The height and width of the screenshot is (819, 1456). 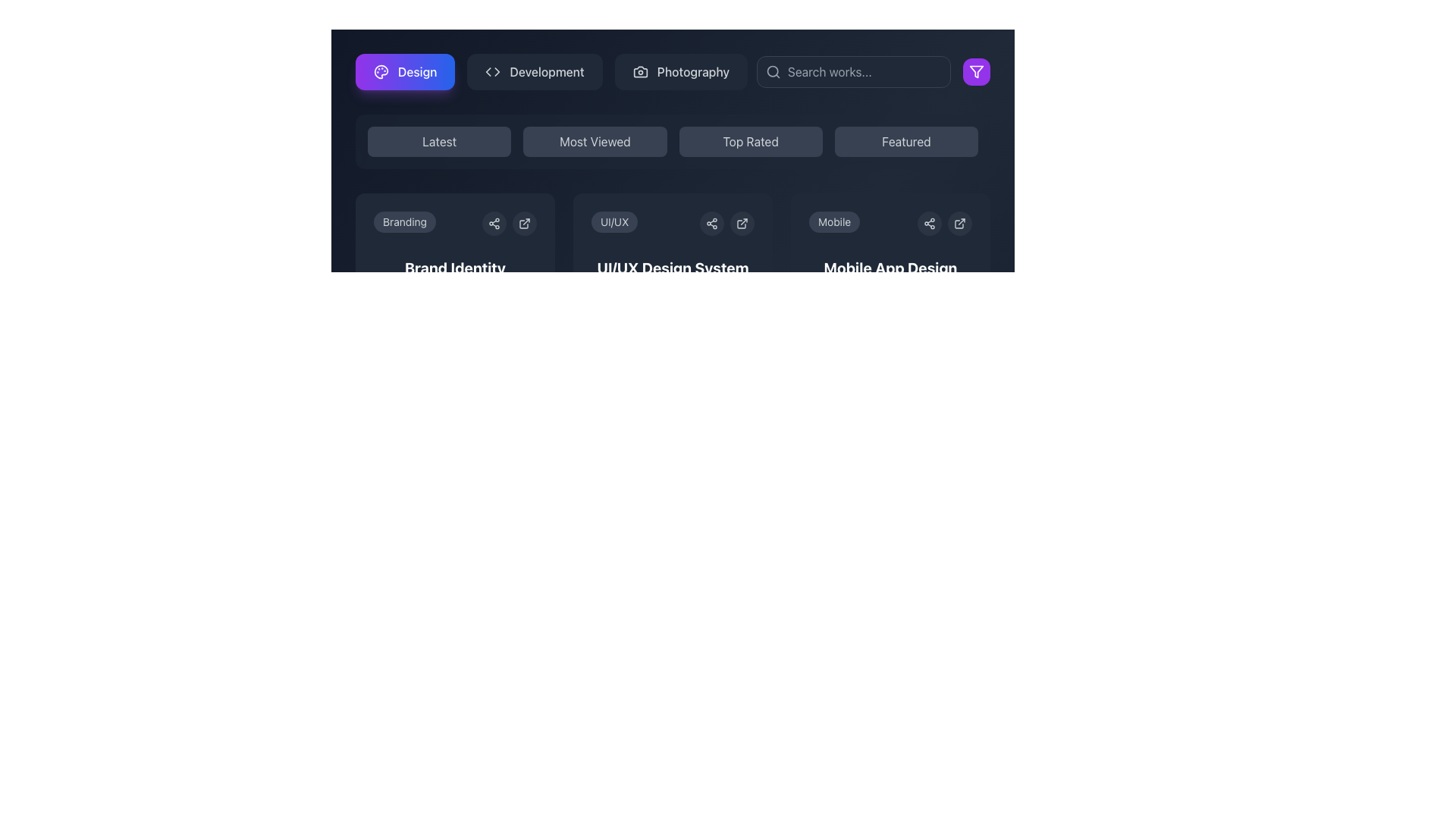 What do you see at coordinates (535, 72) in the screenshot?
I see `the 'Development' navigation button, which is the second button in a row of three, located between the 'Design' button and the 'Photography' button` at bounding box center [535, 72].